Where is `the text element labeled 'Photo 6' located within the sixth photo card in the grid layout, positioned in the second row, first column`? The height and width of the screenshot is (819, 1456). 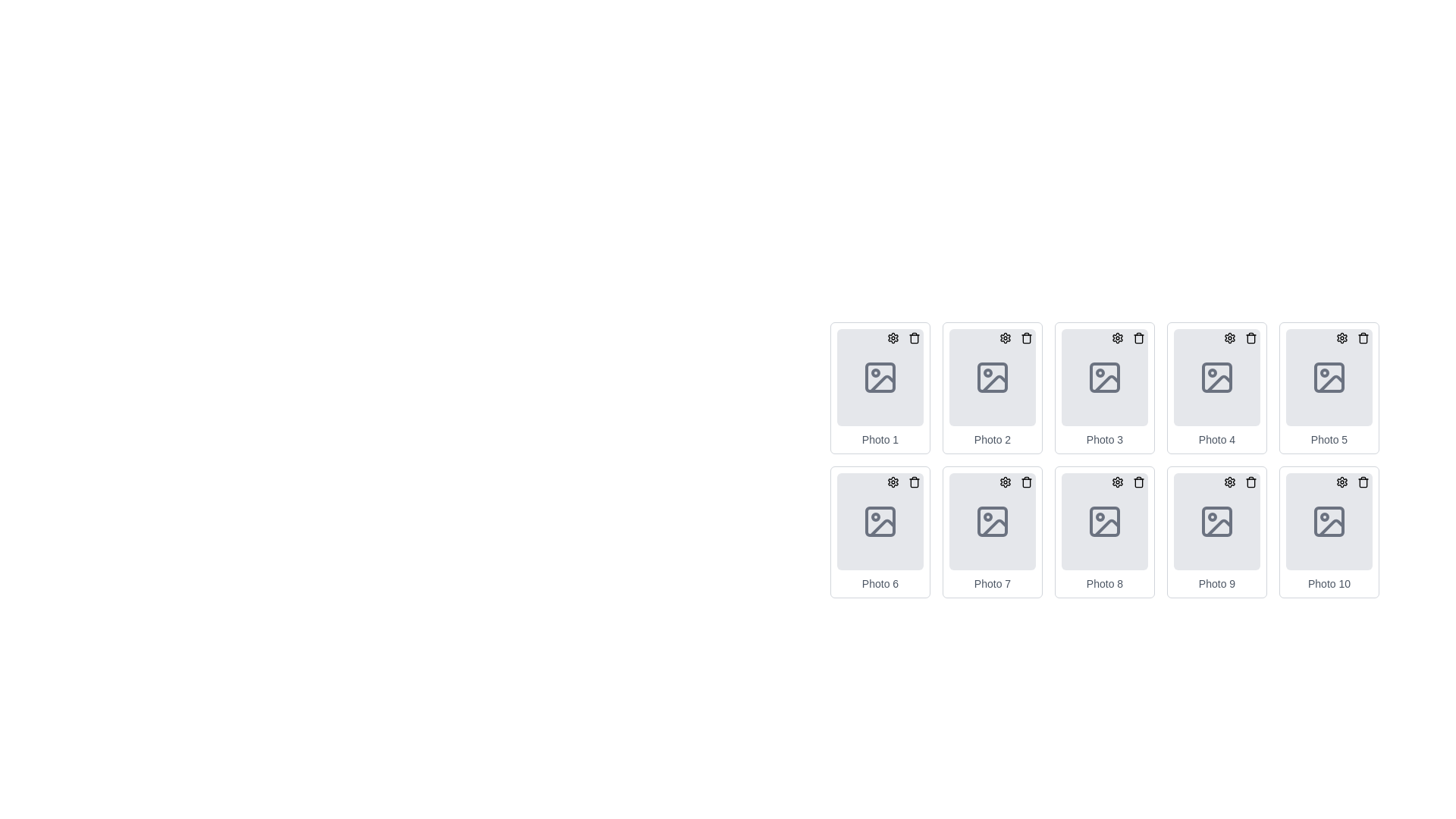
the text element labeled 'Photo 6' located within the sixth photo card in the grid layout, positioned in the second row, first column is located at coordinates (880, 583).